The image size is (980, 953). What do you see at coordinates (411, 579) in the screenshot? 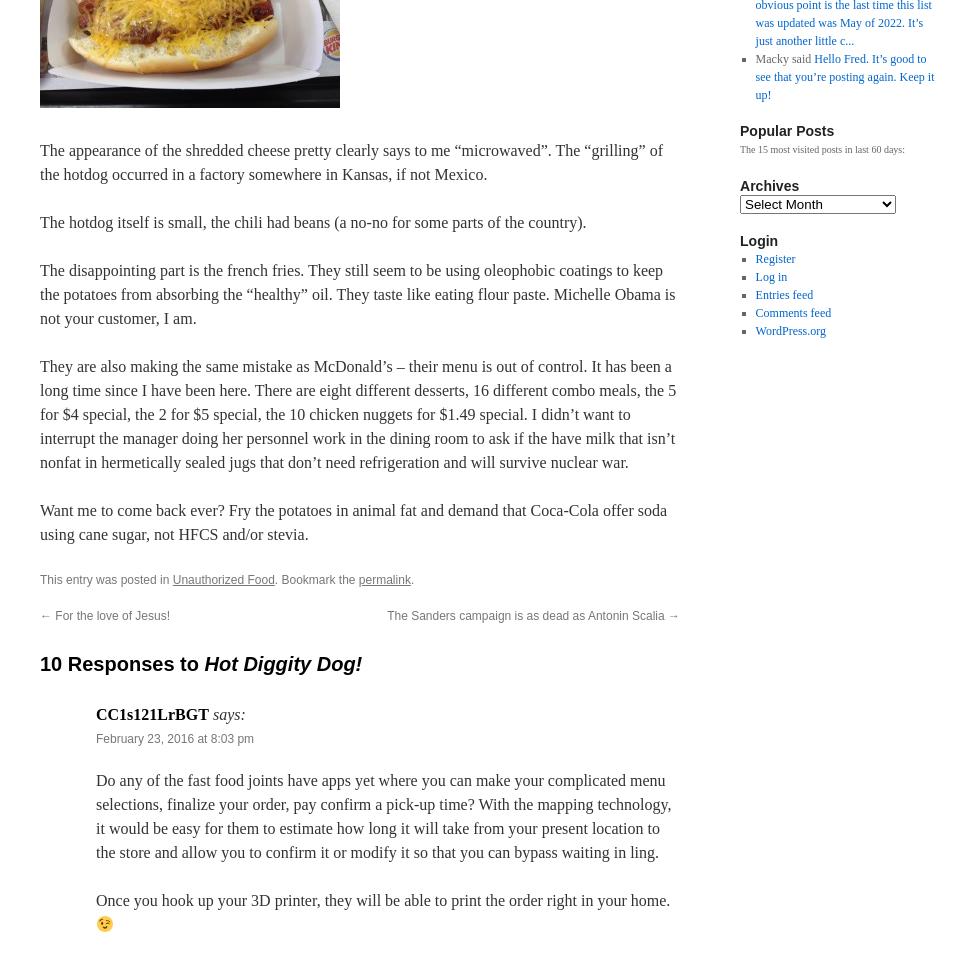
I see `'.'` at bounding box center [411, 579].